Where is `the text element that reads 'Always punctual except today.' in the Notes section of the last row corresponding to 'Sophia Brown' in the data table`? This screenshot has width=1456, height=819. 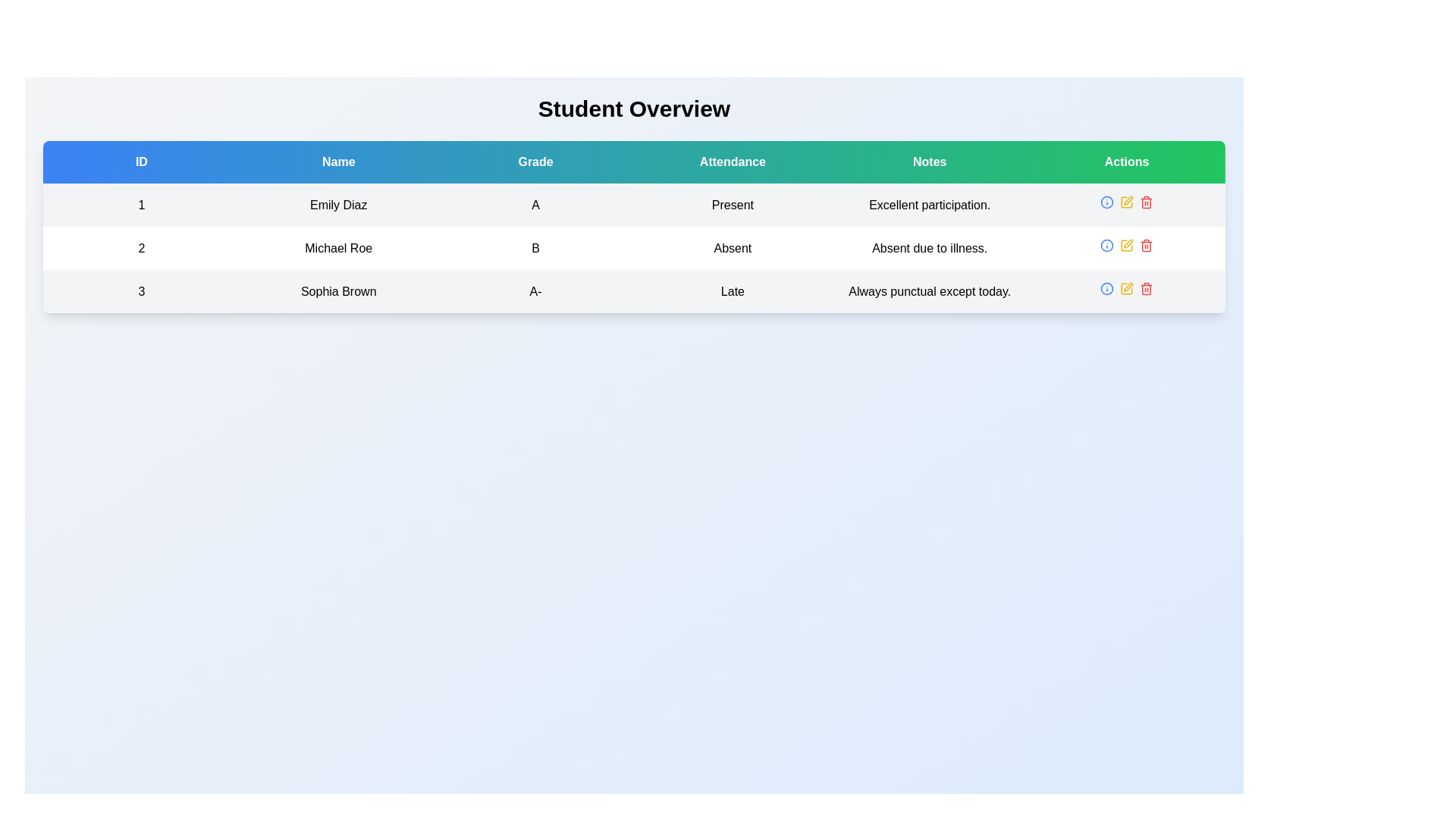 the text element that reads 'Always punctual except today.' in the Notes section of the last row corresponding to 'Sophia Brown' in the data table is located at coordinates (929, 291).